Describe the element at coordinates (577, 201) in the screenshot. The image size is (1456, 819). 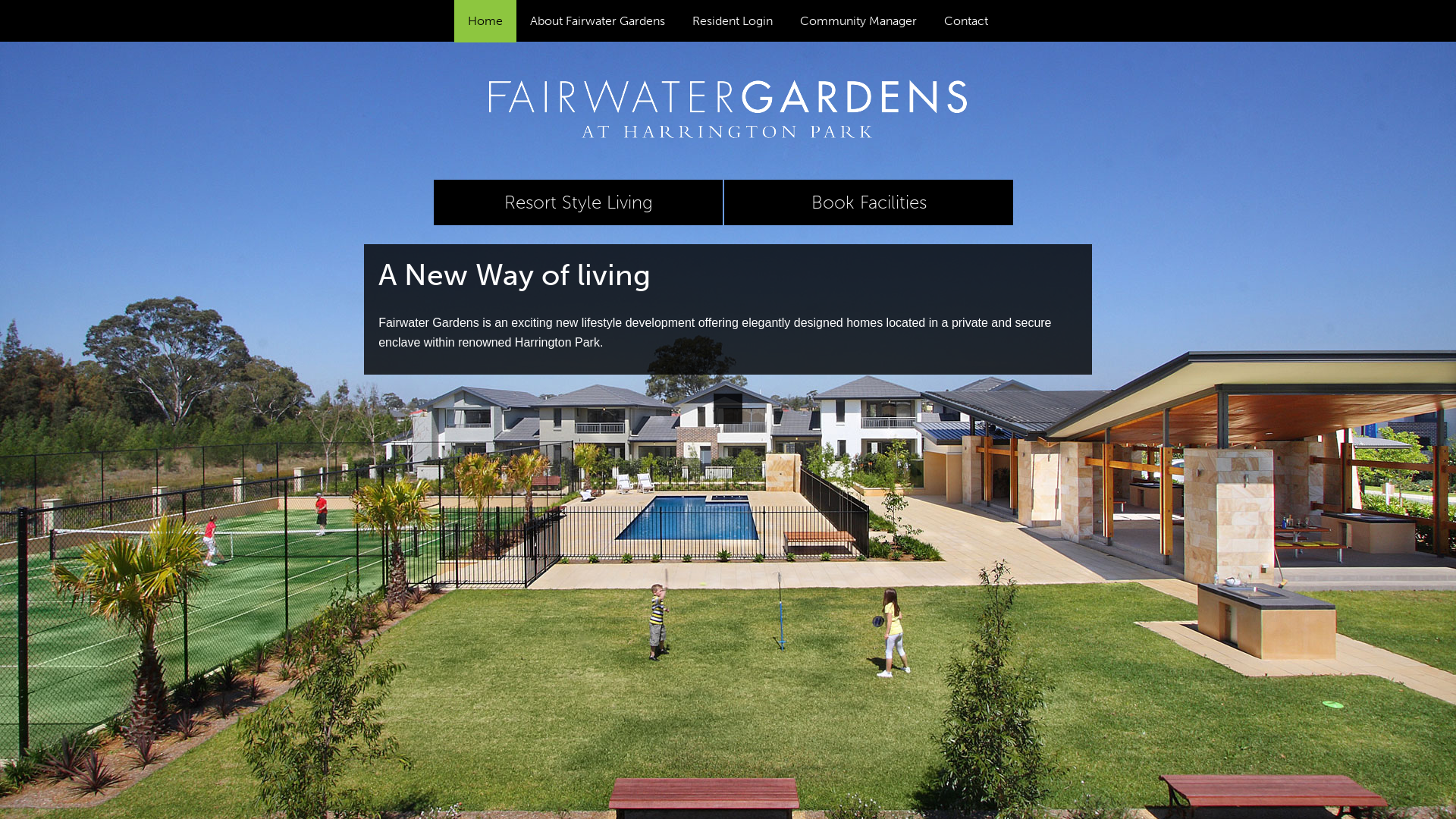
I see `'Resort Style Living'` at that location.